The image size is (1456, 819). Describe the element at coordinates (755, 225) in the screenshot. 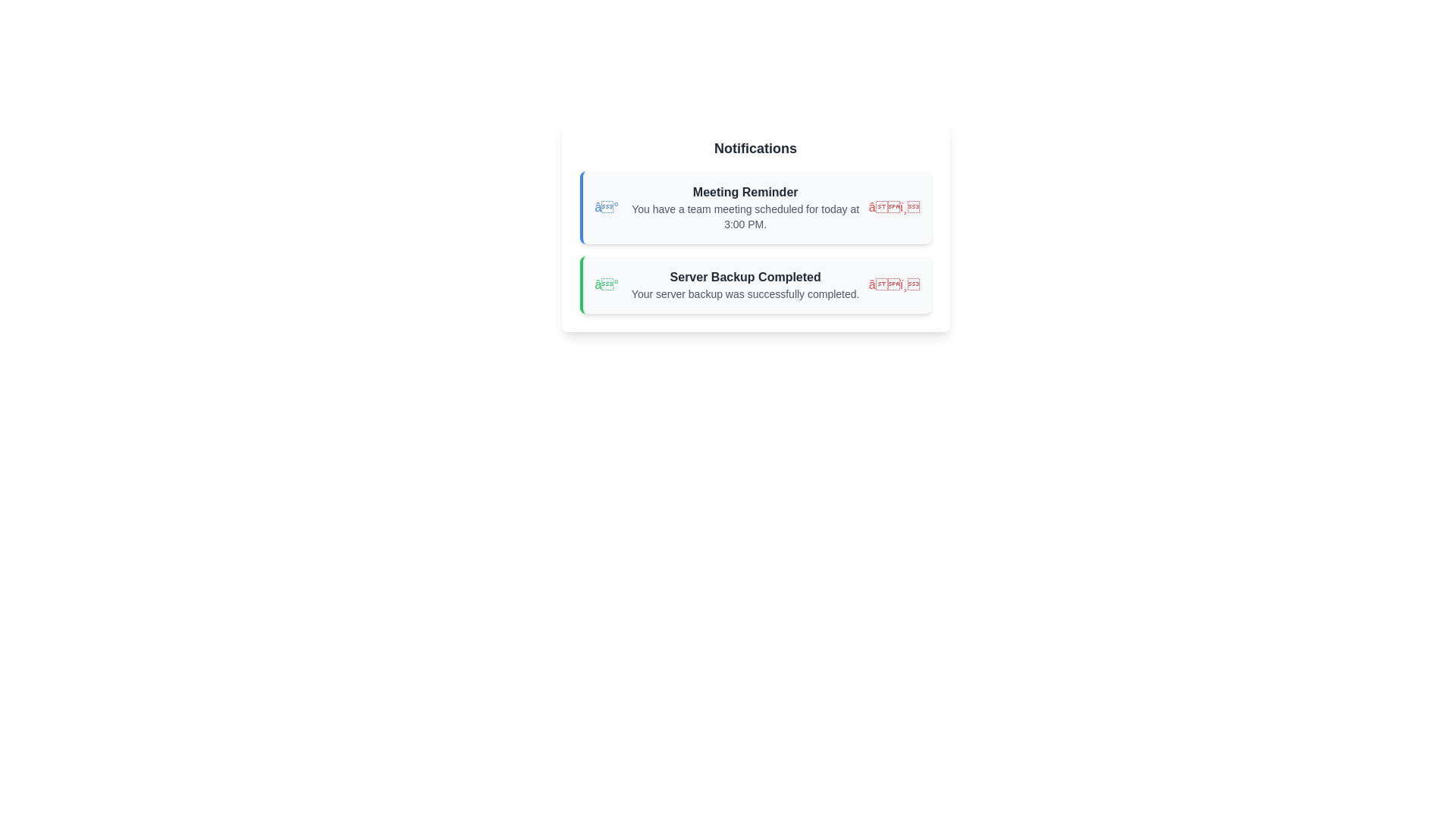

I see `the 'Meeting Reminder' or 'Server Backup Completed' notification in the notifications card, identified by its bold header and stacked notification entries` at that location.